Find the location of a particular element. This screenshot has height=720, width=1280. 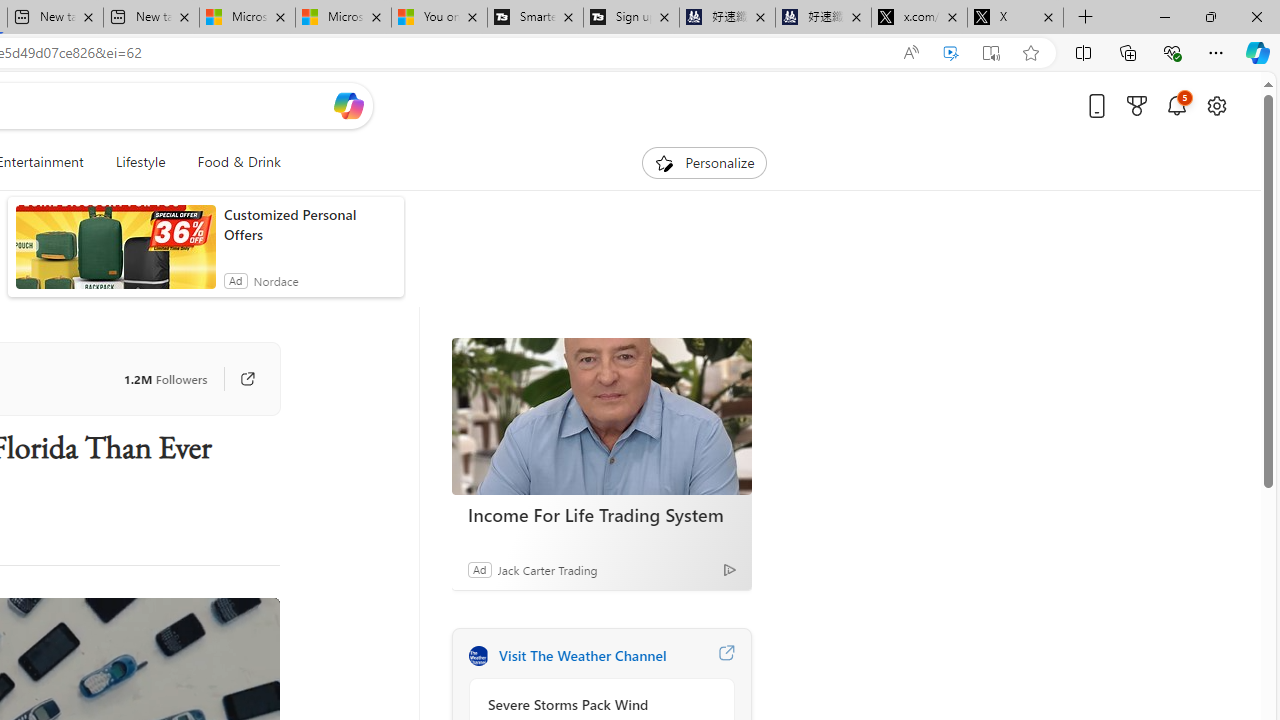

'anim-content' is located at coordinates (114, 254).